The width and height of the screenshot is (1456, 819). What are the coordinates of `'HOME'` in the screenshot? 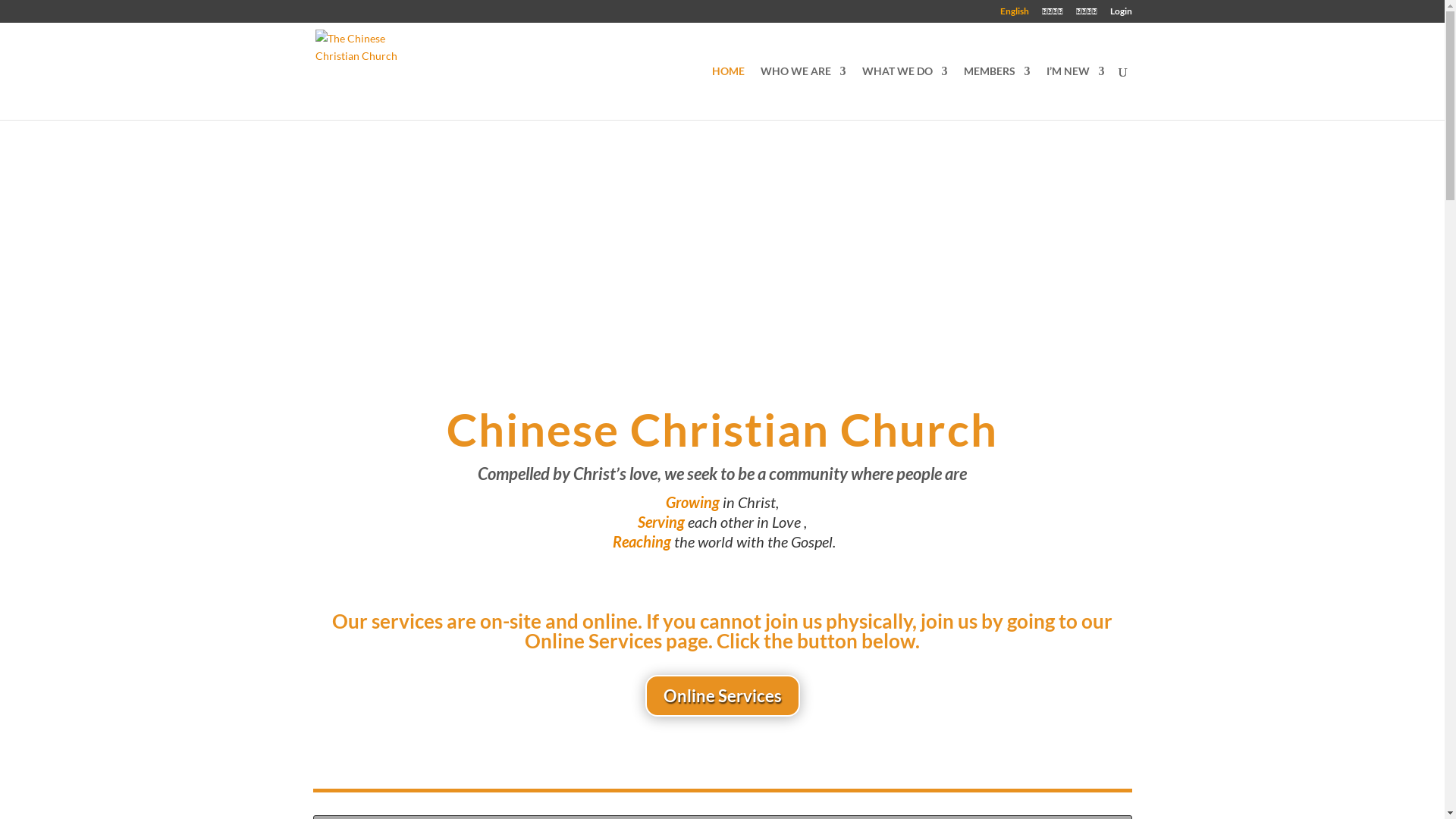 It's located at (726, 93).